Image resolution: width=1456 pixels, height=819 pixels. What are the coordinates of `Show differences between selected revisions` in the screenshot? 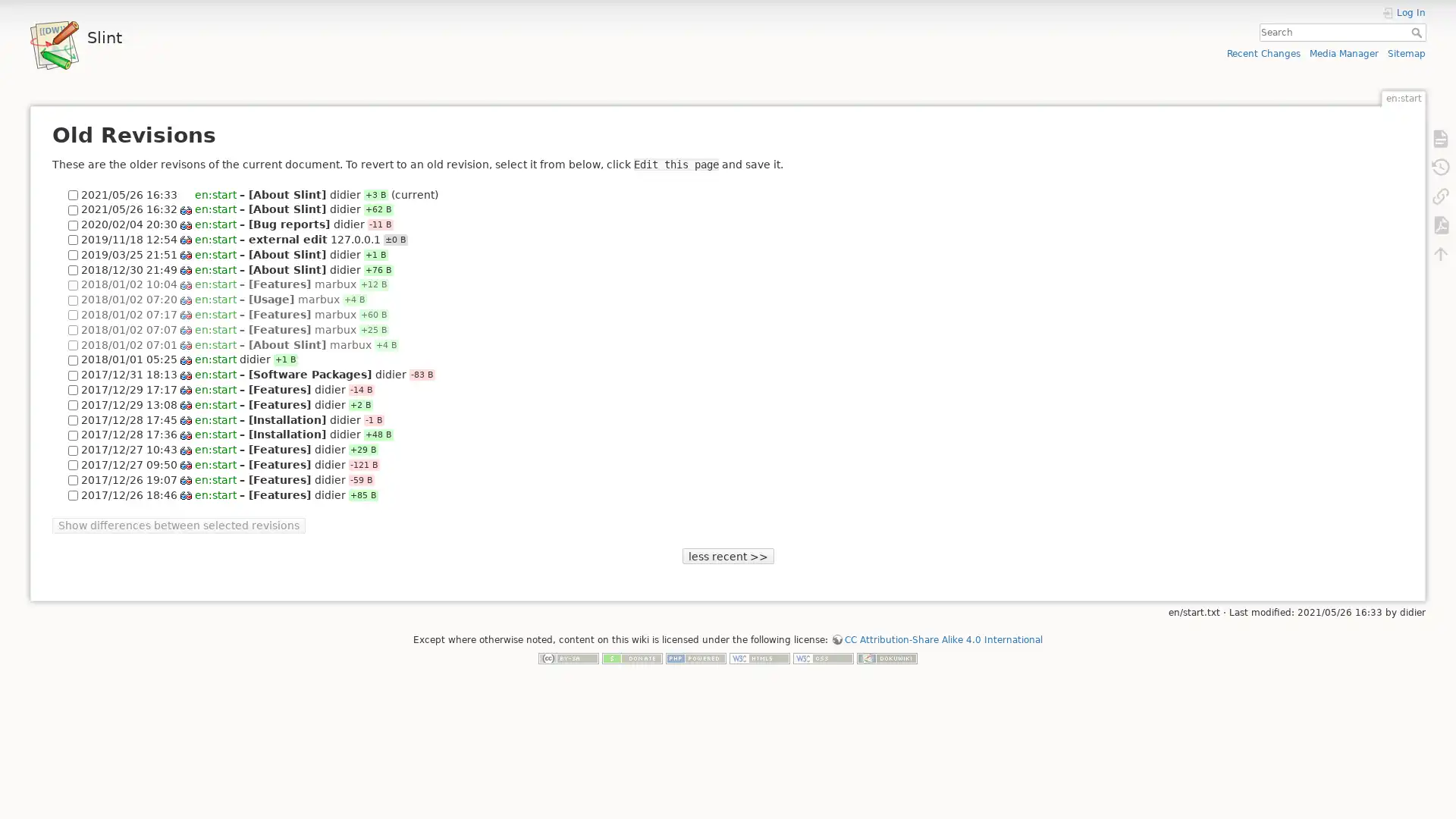 It's located at (178, 524).